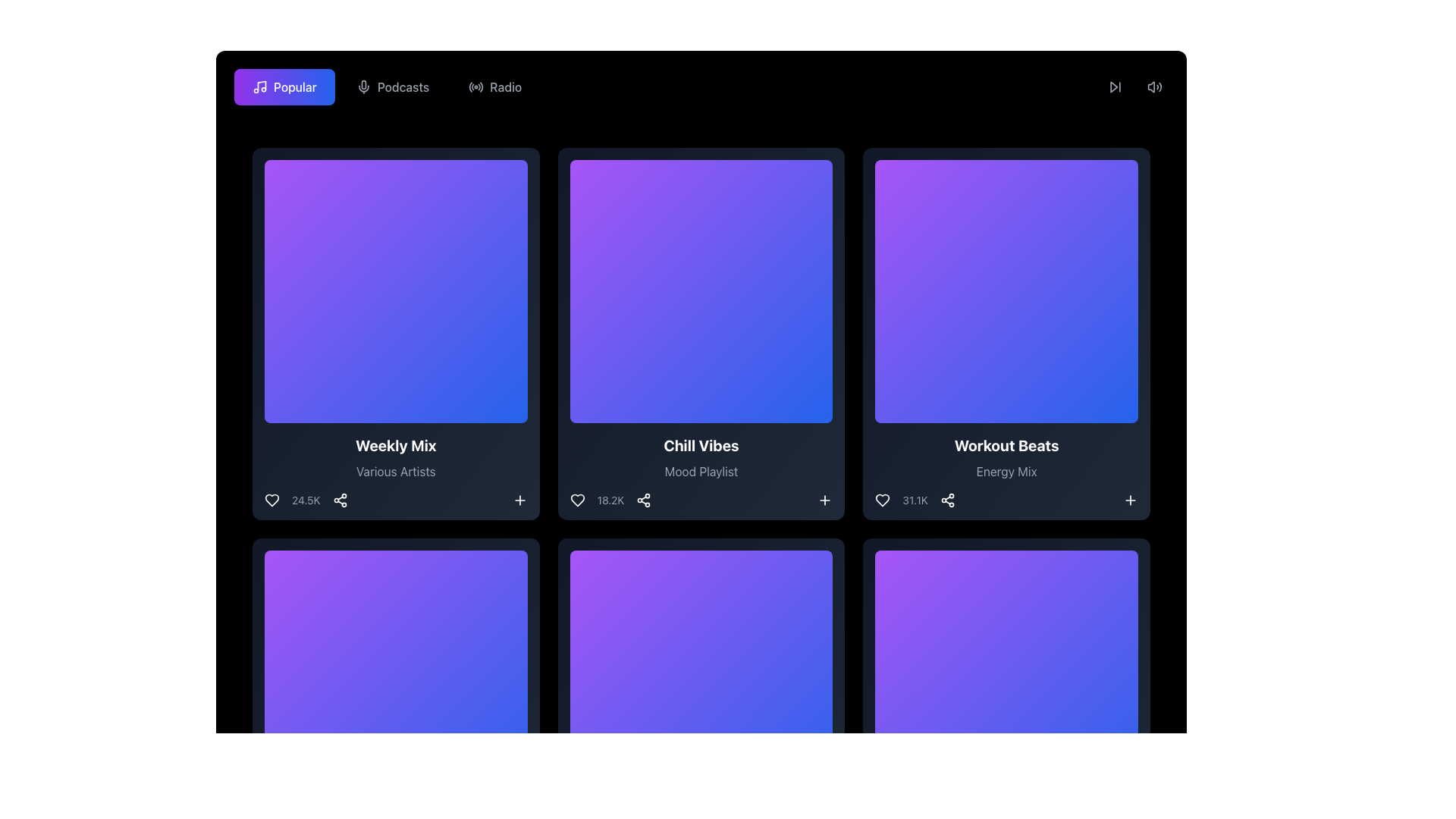  What do you see at coordinates (519, 500) in the screenshot?
I see `the '+' icon button located at the bottom-right corner of the 'Weekly Mix' card` at bounding box center [519, 500].